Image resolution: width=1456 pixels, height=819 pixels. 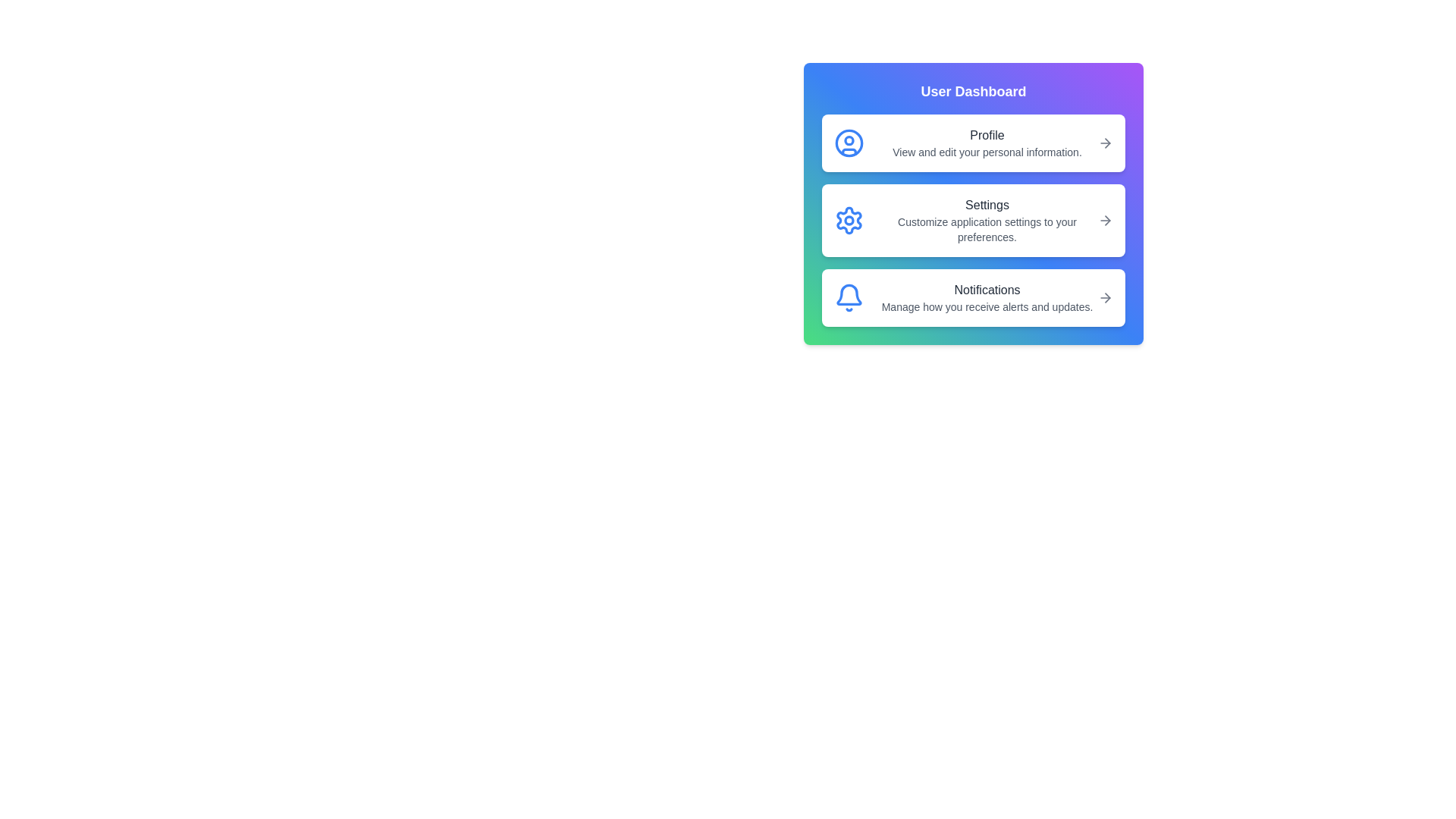 What do you see at coordinates (973, 298) in the screenshot?
I see `the 'Notifications' button to manage alert preferences` at bounding box center [973, 298].